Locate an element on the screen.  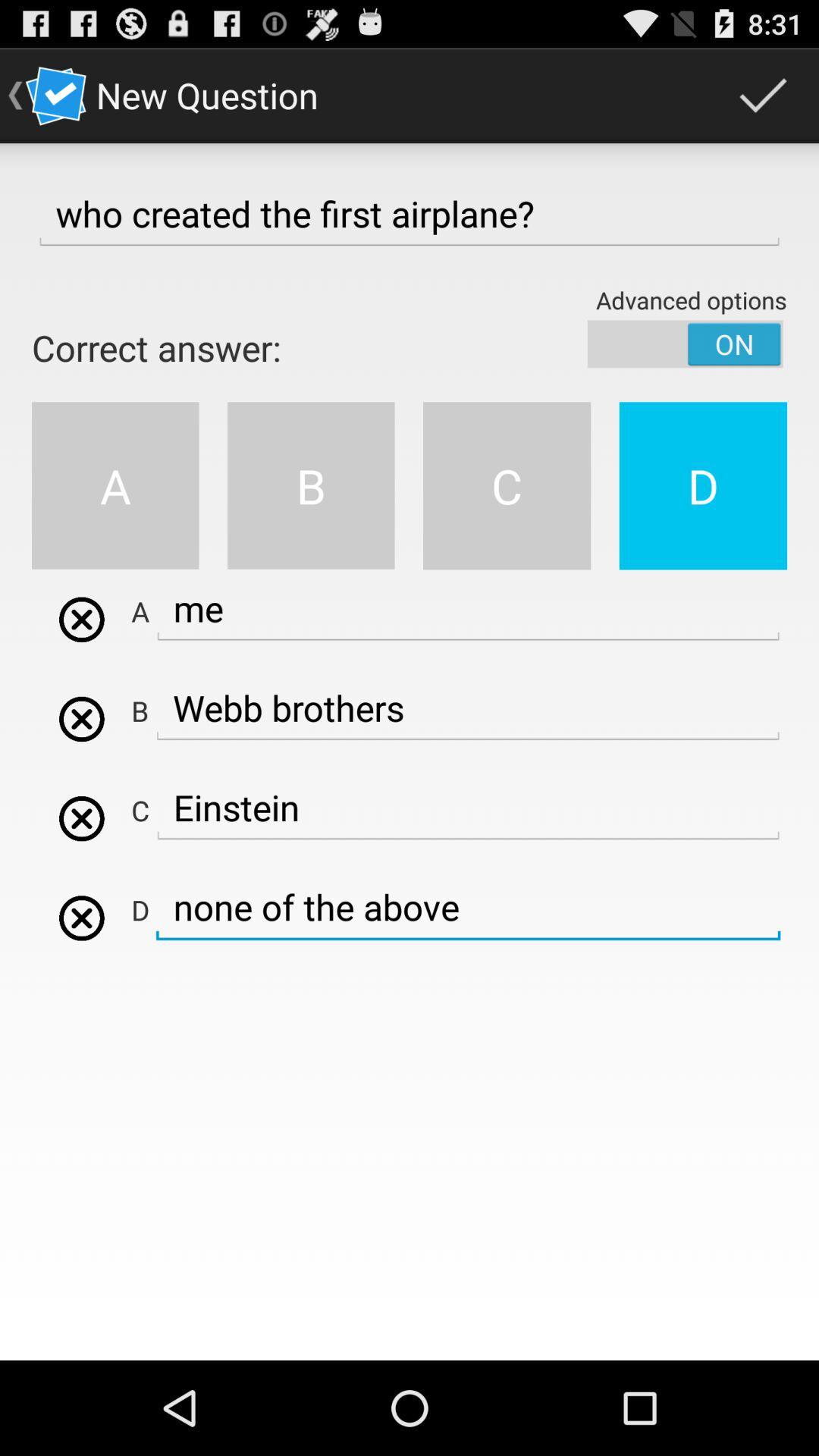
cancel button is located at coordinates (81, 620).